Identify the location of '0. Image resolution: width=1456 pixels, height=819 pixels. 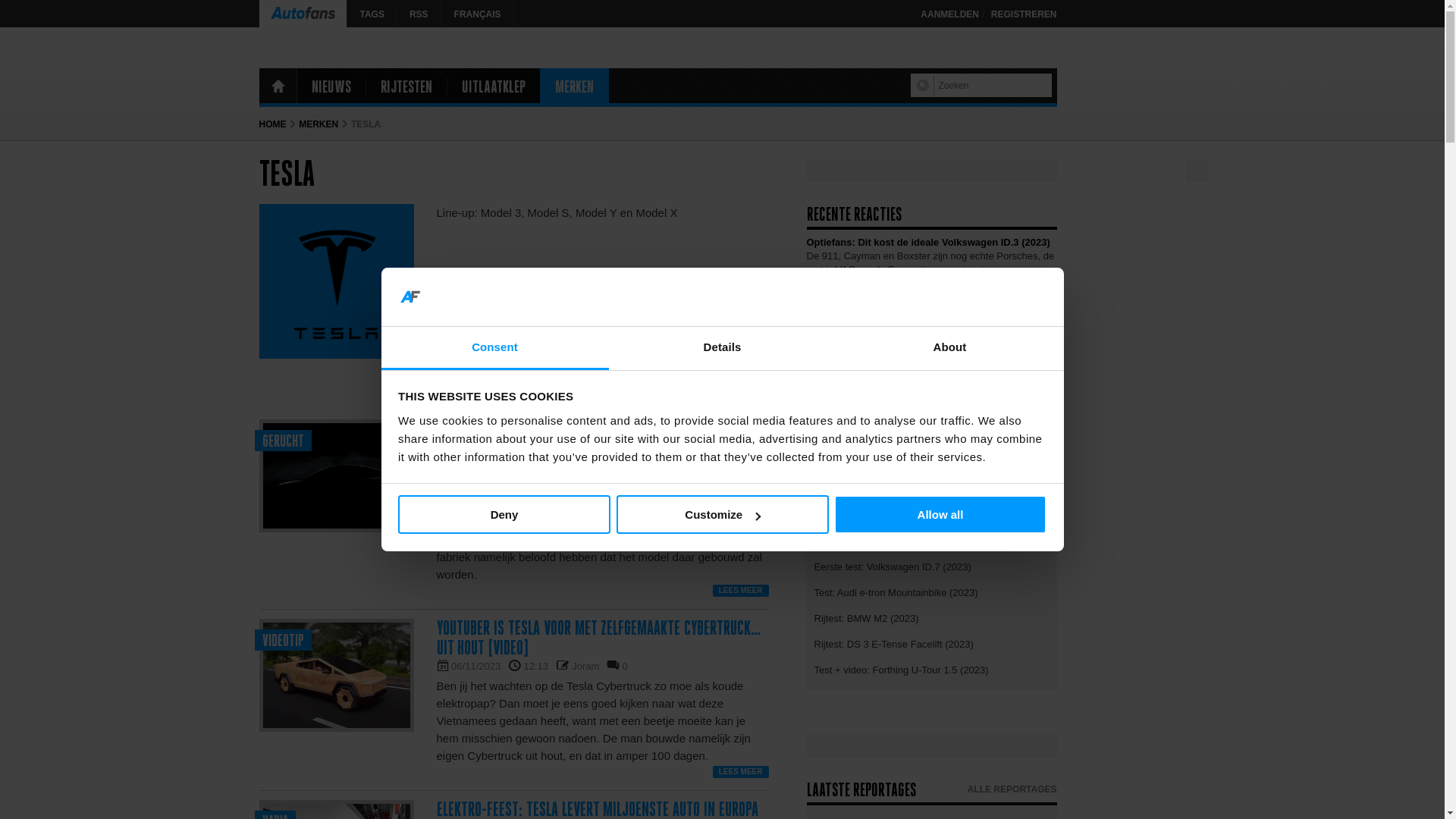
(625, 665).